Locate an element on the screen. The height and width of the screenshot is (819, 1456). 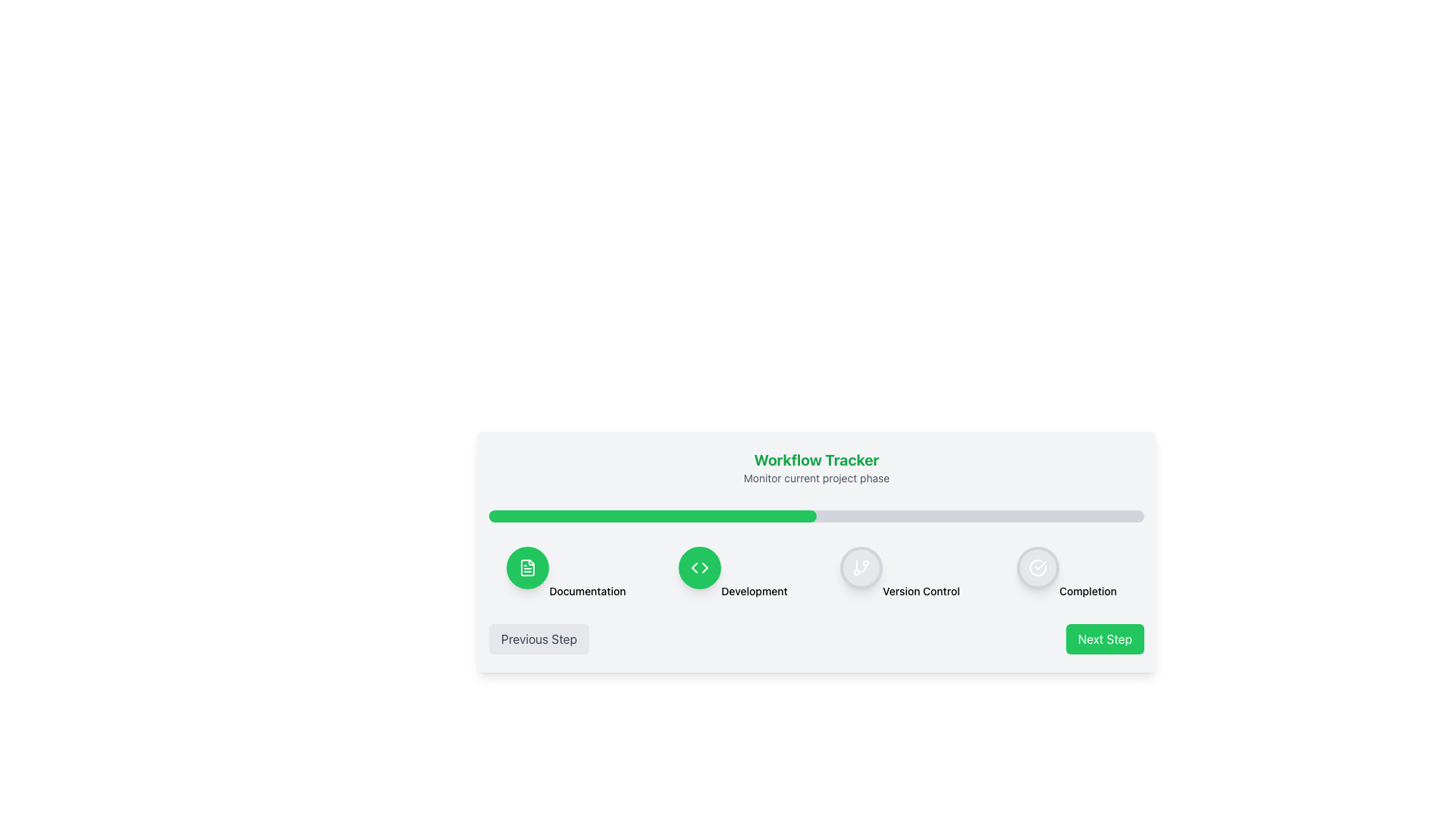
the text label 'Development', which is positioned centrally beneath the second step of the workflow indicator is located at coordinates (754, 590).